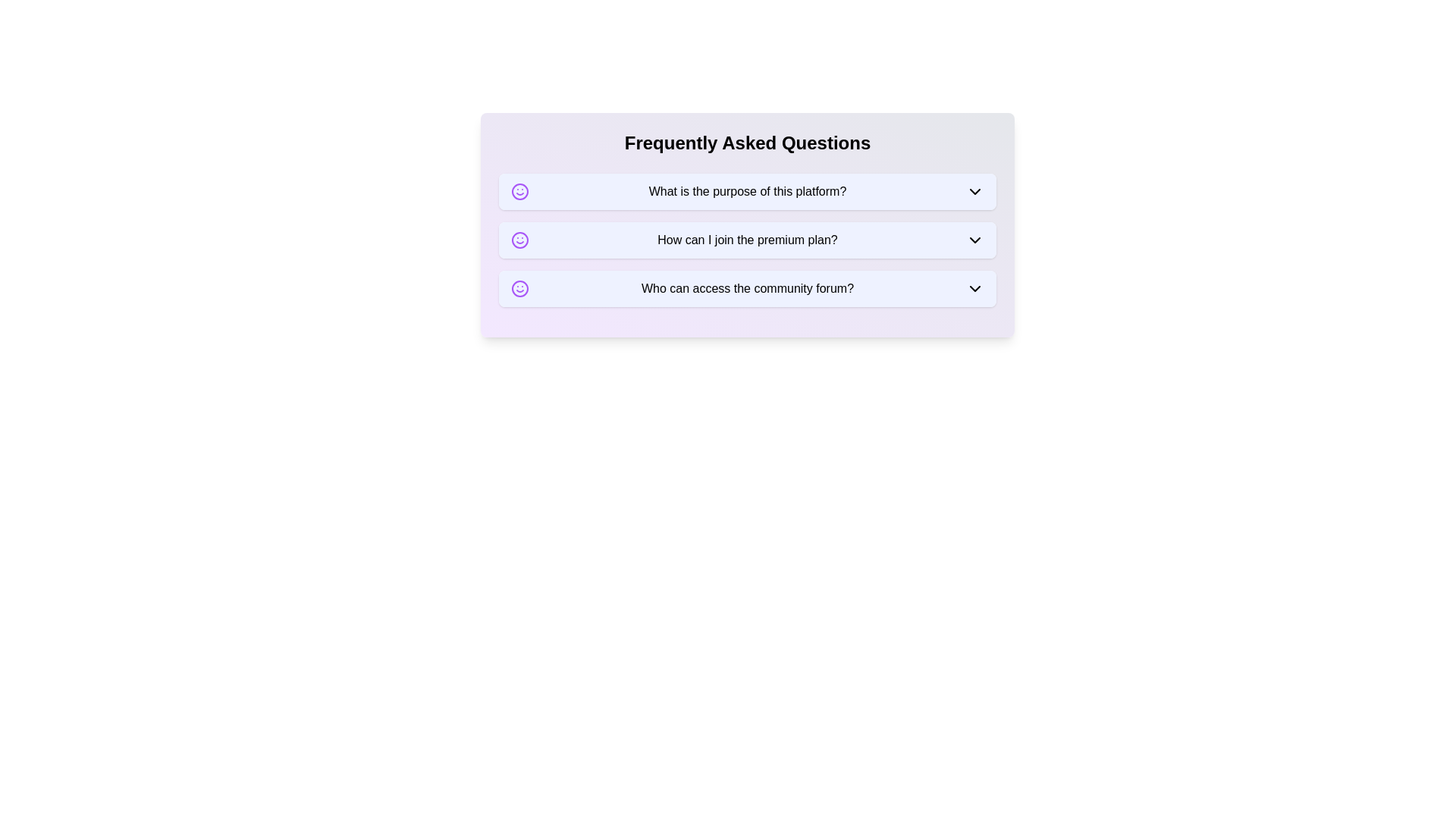 The height and width of the screenshot is (819, 1456). What do you see at coordinates (975, 191) in the screenshot?
I see `the downward-pointing chevron icon located in the uppermost question item of the FAQ list` at bounding box center [975, 191].